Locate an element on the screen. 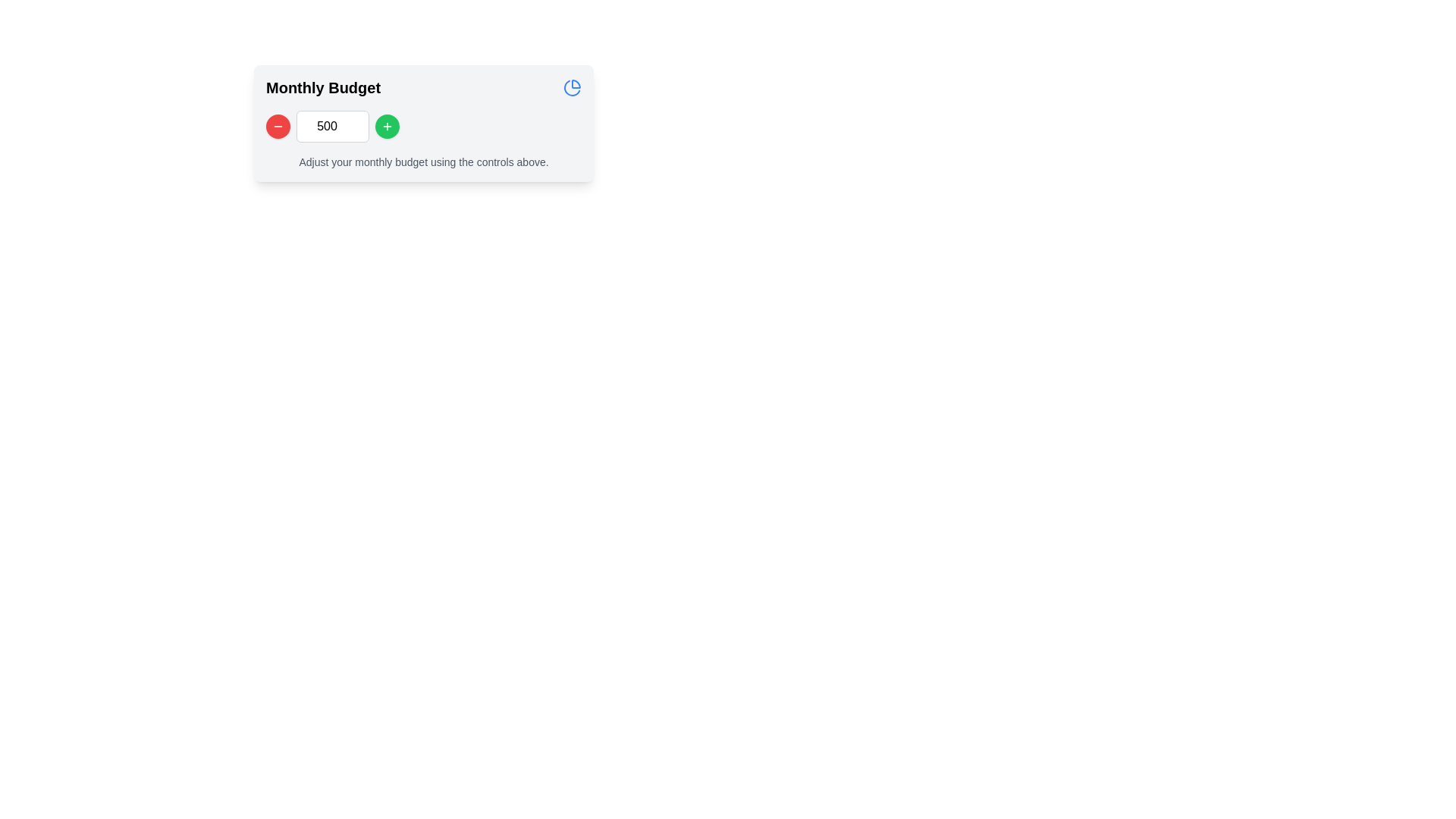 This screenshot has height=819, width=1456. the red circular action button with a minus symbol, located to the left of the number input field labeled '500' is located at coordinates (278, 125).